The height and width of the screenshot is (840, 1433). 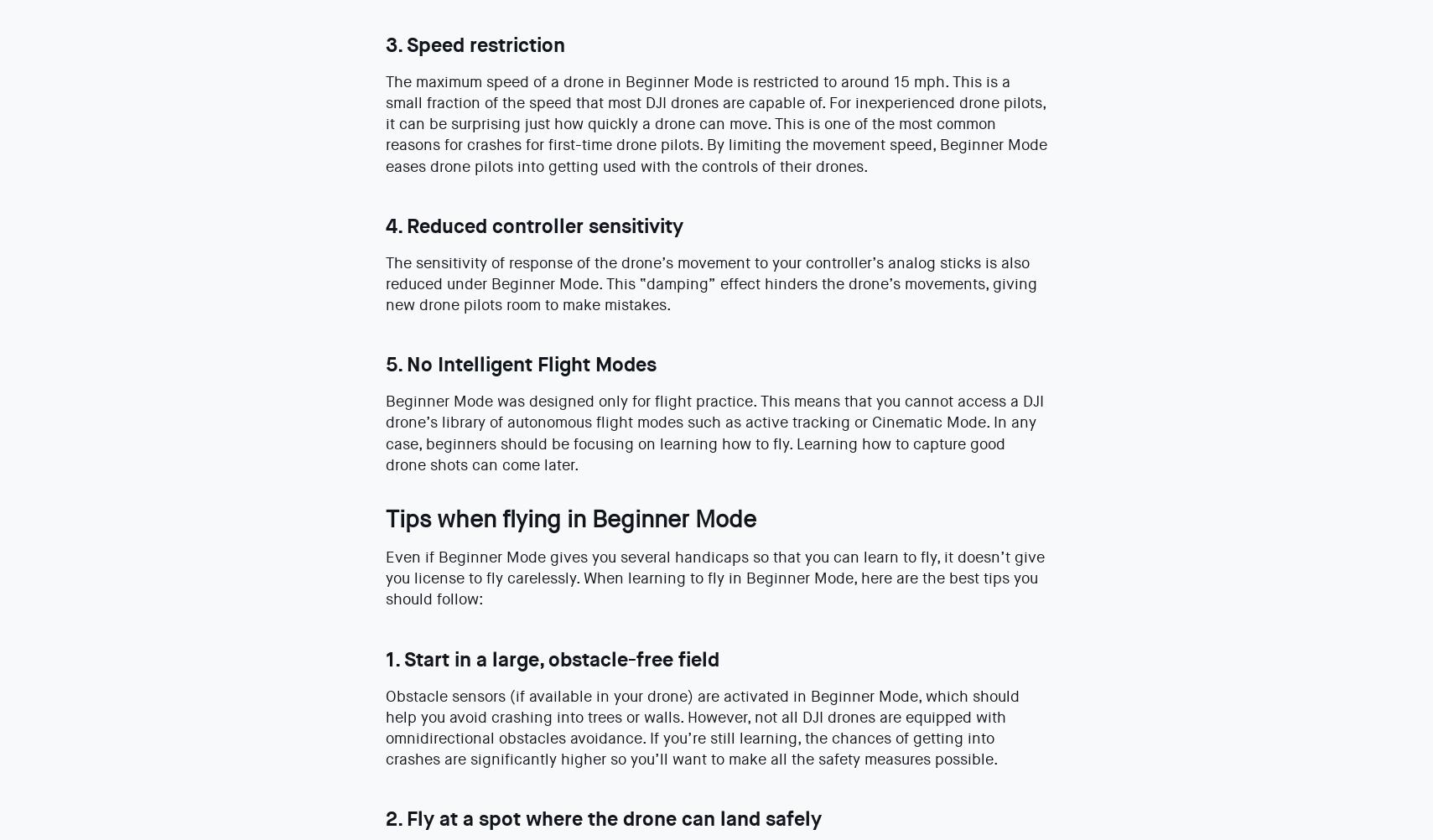 I want to click on '3. Speed restriction', so click(x=474, y=44).